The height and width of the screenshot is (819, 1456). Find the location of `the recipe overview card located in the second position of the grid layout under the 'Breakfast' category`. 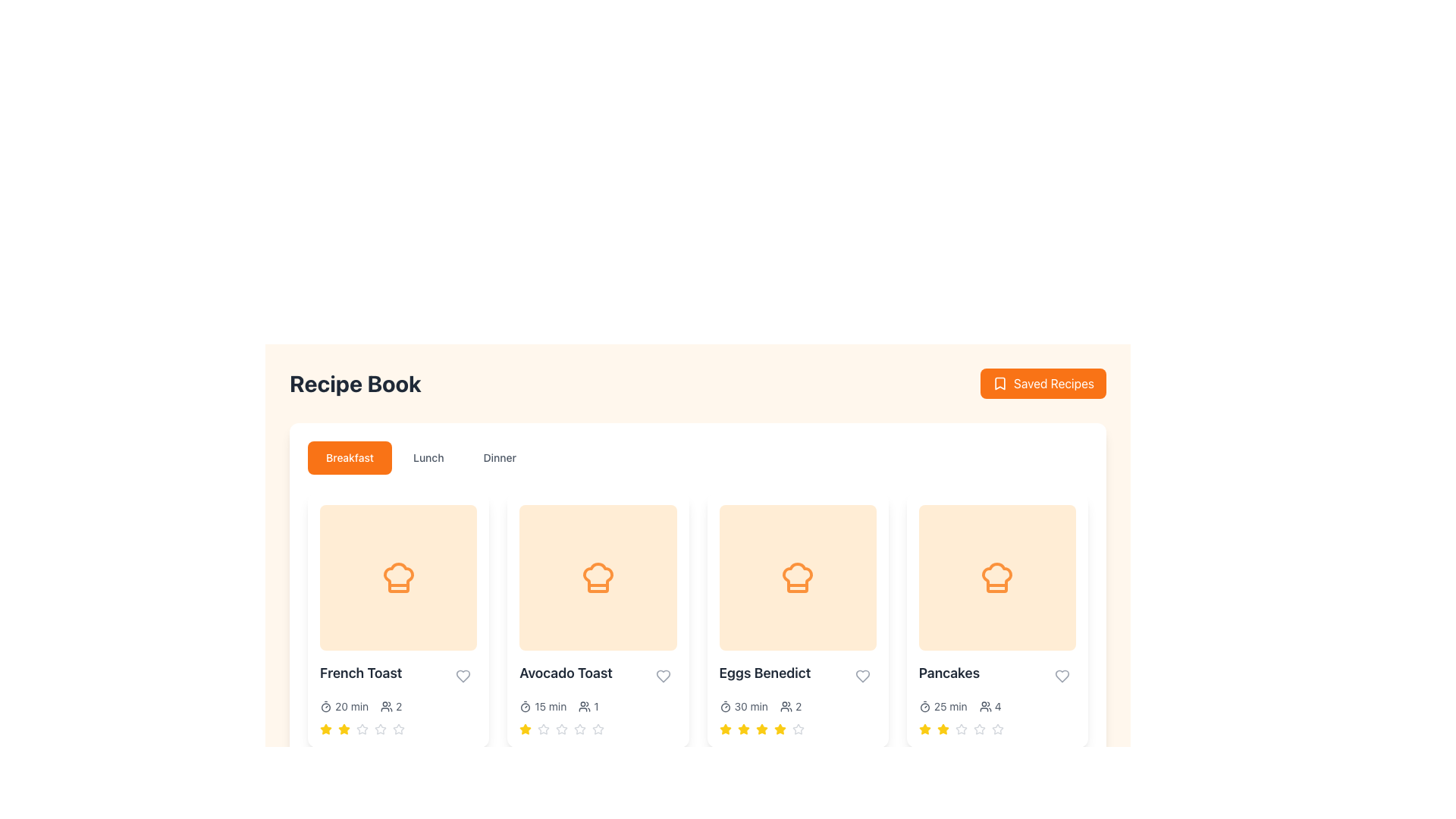

the recipe overview card located in the second position of the grid layout under the 'Breakfast' category is located at coordinates (597, 620).